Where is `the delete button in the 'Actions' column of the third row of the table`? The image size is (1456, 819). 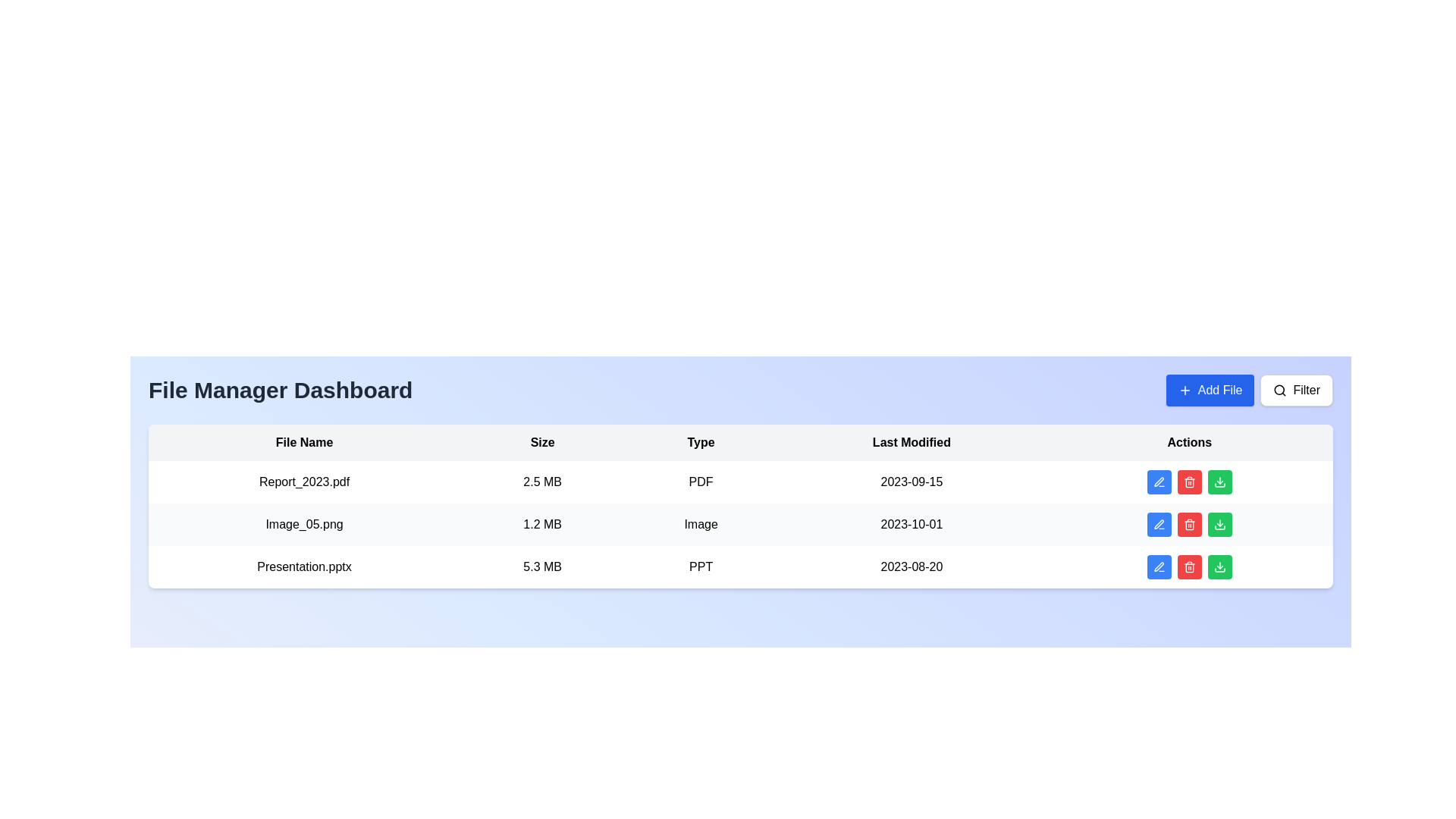
the delete button in the 'Actions' column of the third row of the table is located at coordinates (1188, 567).